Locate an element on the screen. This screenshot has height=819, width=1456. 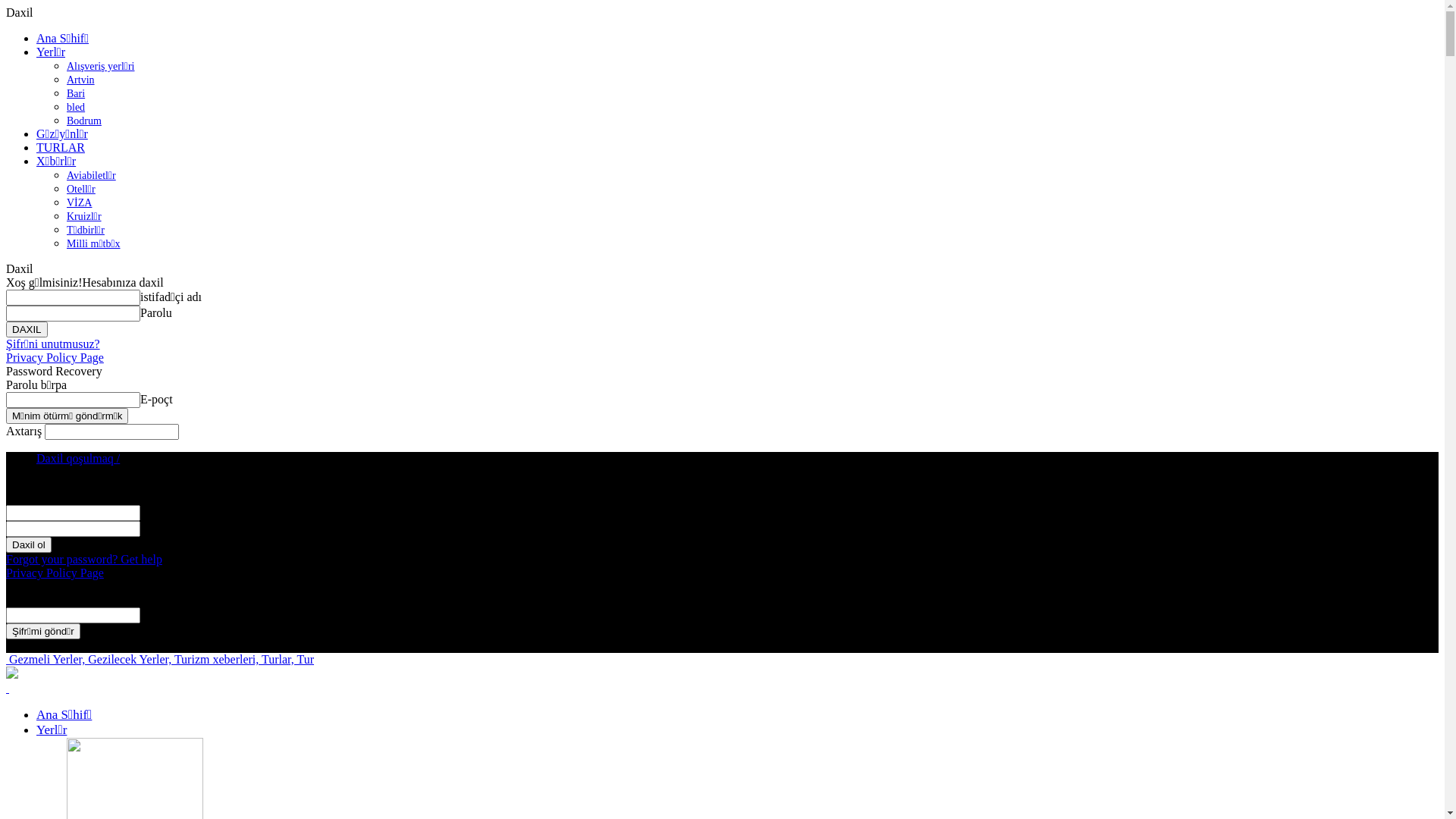
'TURLAR' is located at coordinates (61, 147).